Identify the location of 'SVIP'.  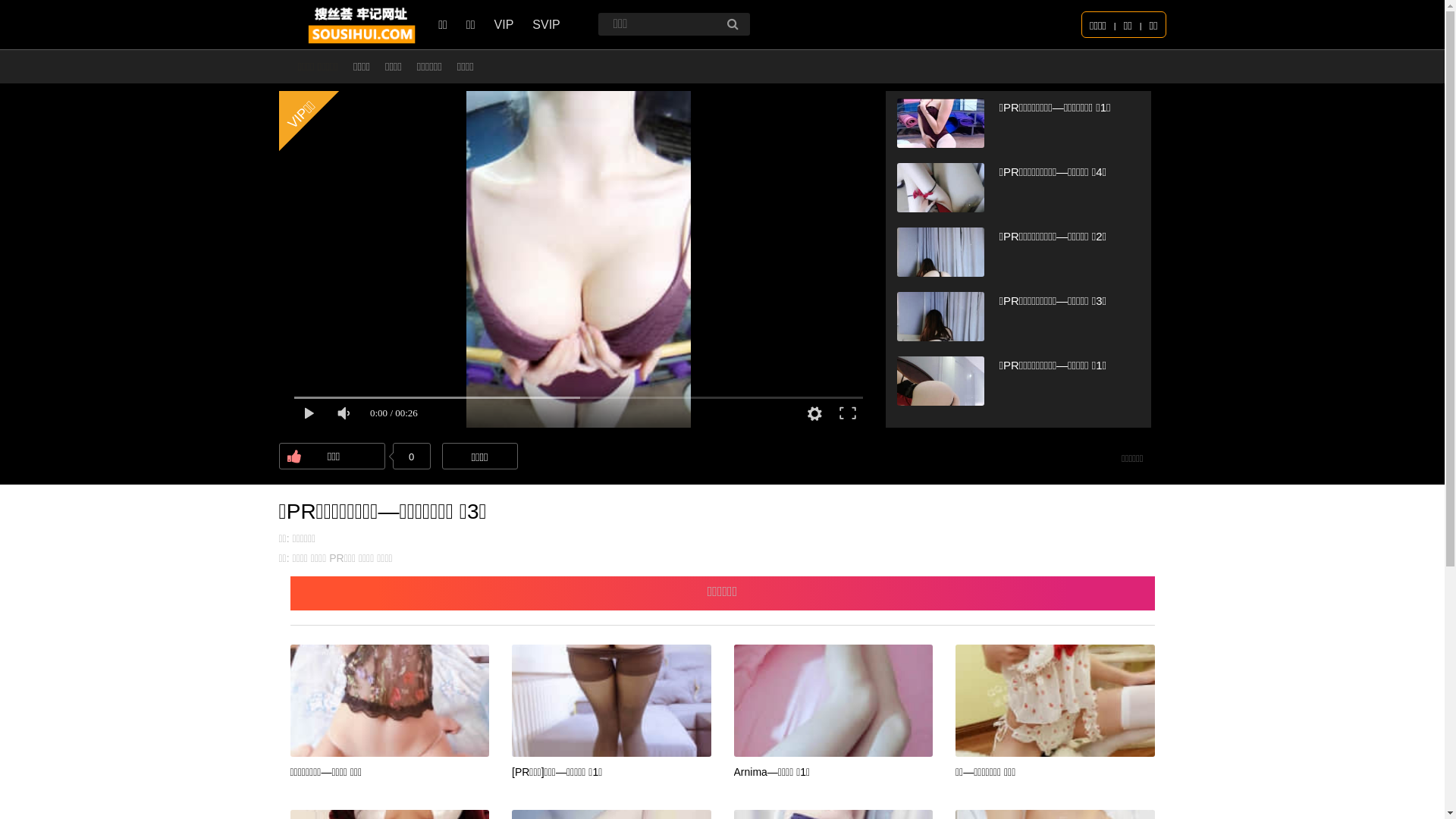
(532, 24).